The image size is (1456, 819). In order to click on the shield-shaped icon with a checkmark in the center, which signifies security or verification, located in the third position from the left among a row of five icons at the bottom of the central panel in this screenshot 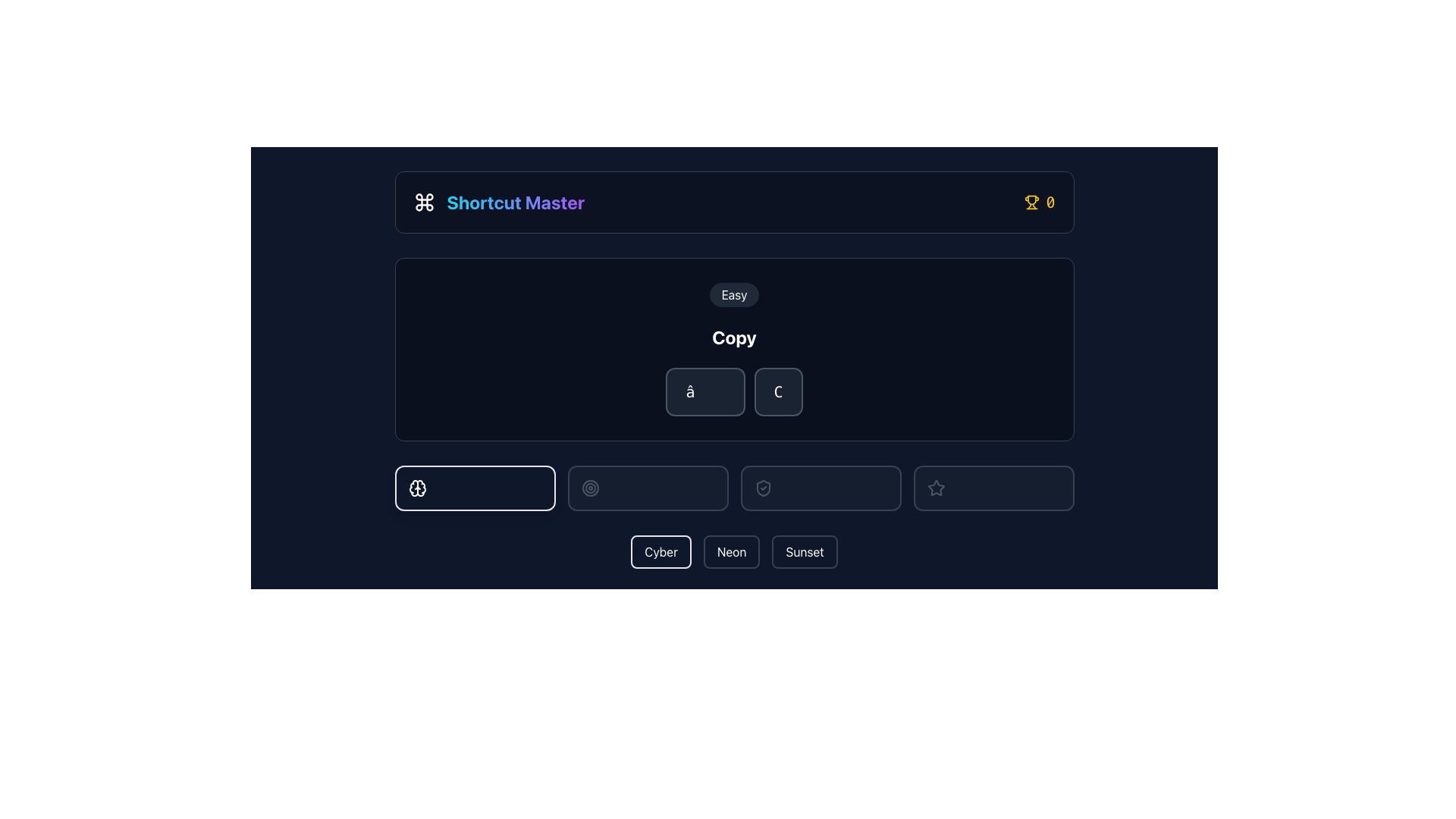, I will do `click(763, 488)`.